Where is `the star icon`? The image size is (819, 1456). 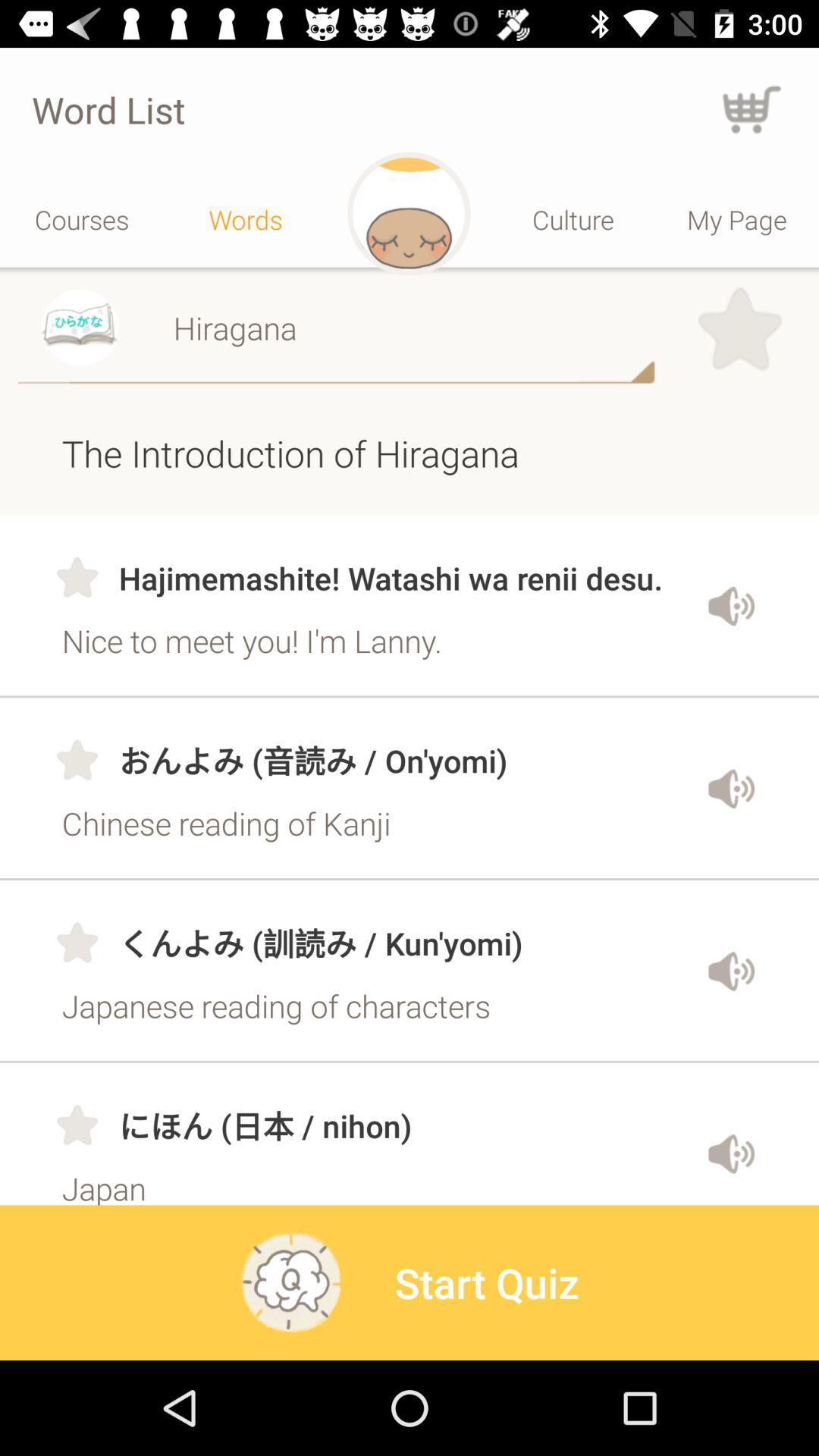
the star icon is located at coordinates (739, 328).